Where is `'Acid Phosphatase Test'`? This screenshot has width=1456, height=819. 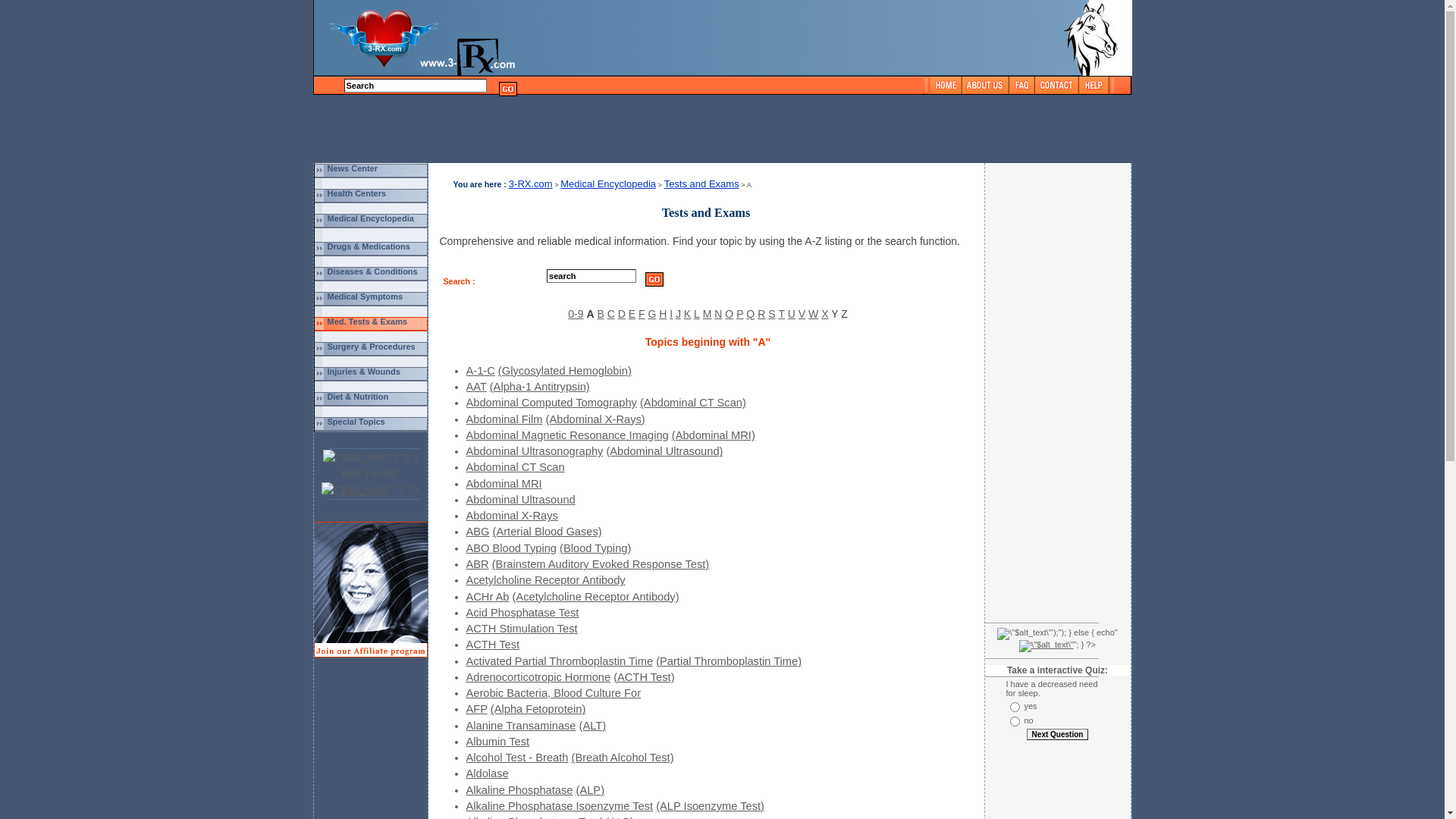
'Acid Phosphatase Test' is located at coordinates (522, 611).